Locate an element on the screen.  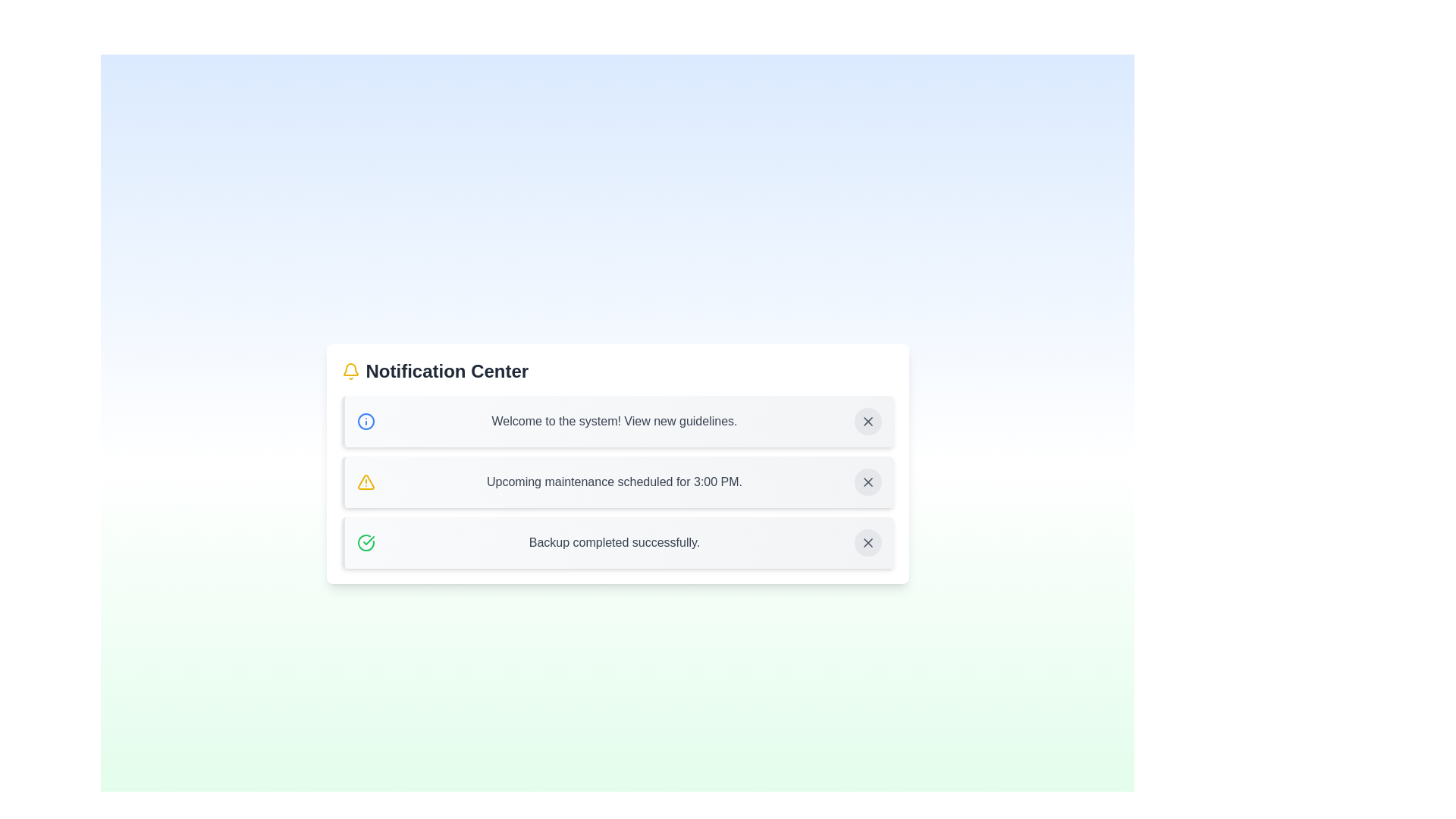
the informational text label that provides a welcoming message and directs users is located at coordinates (614, 421).